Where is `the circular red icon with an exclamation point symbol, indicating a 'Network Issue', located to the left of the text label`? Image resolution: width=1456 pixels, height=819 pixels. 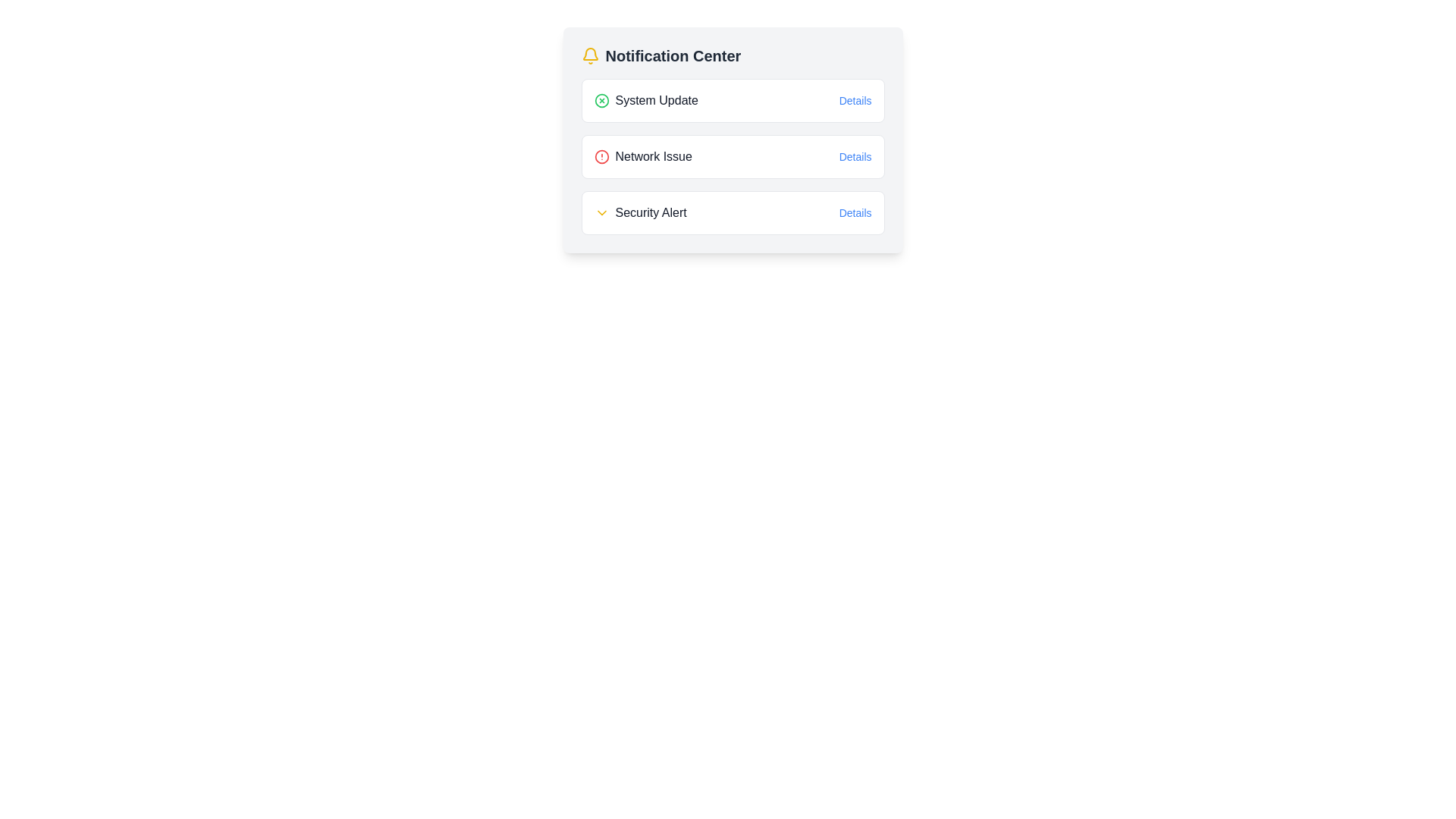
the circular red icon with an exclamation point symbol, indicating a 'Network Issue', located to the left of the text label is located at coordinates (601, 157).